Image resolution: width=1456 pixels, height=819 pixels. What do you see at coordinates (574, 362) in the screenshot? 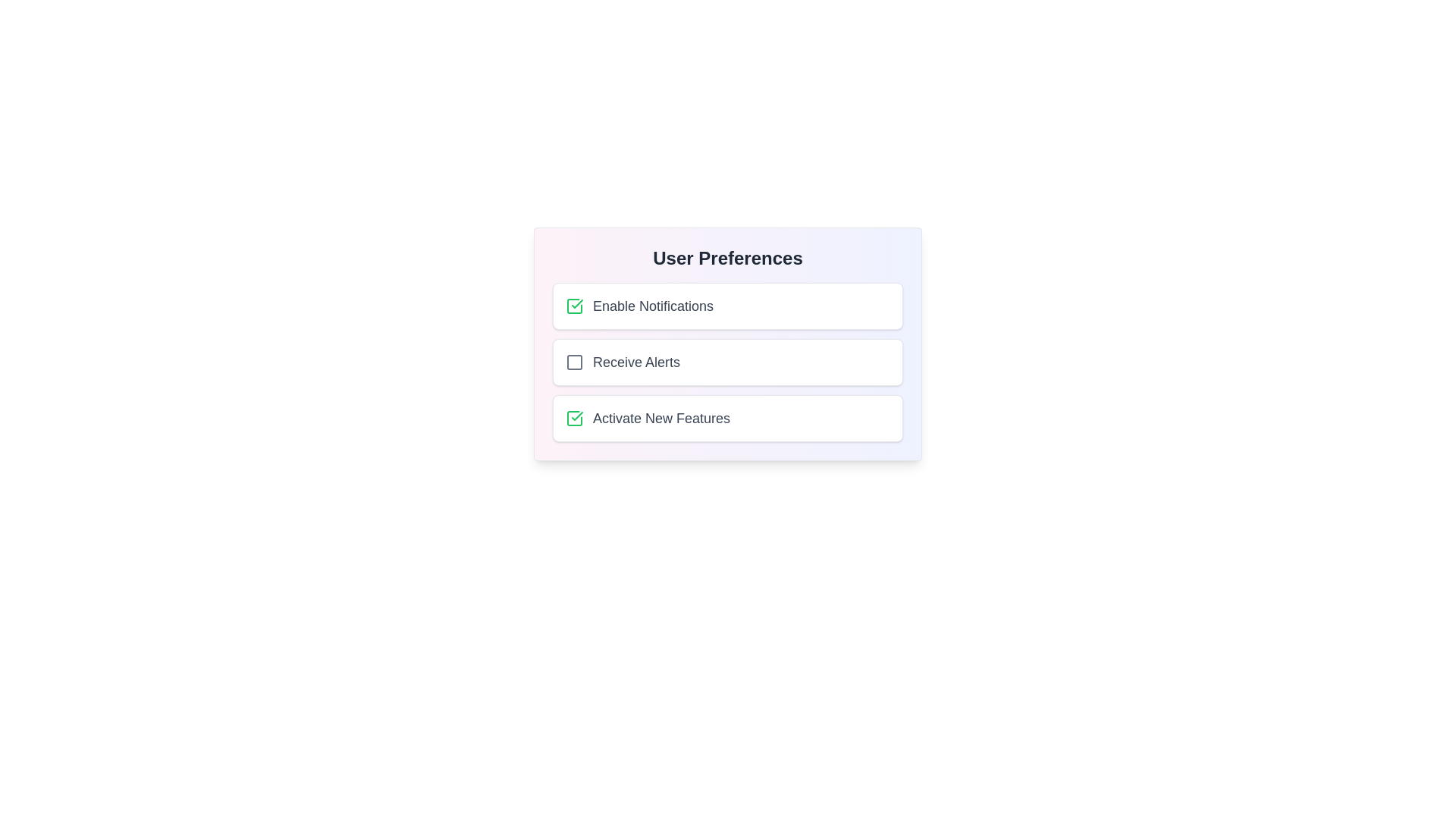
I see `the checkbox icon representing the 'Receive Alerts' option in the user preferences card, which is visually indicating the option's status` at bounding box center [574, 362].